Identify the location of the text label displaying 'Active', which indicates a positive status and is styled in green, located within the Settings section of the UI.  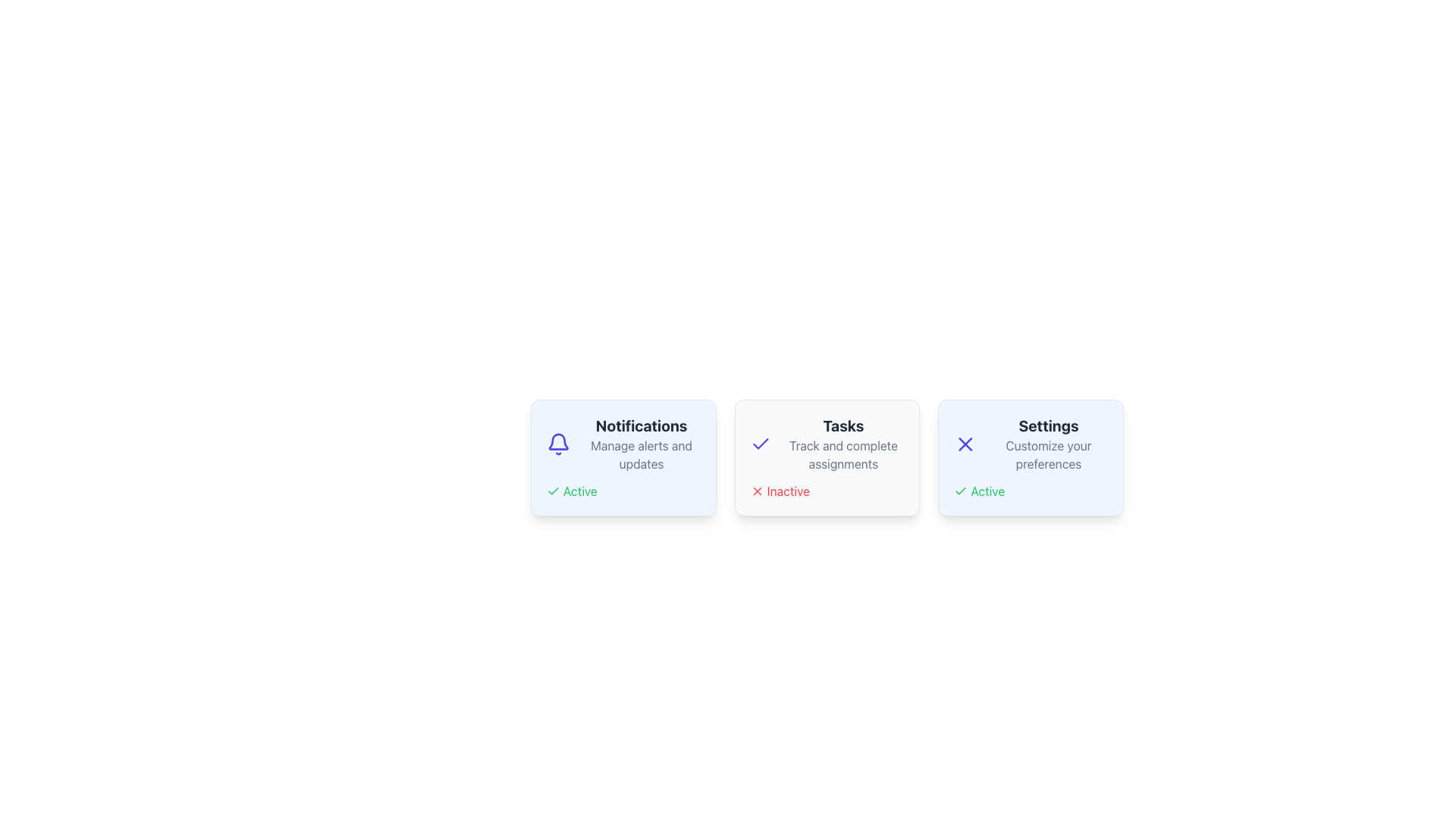
(987, 491).